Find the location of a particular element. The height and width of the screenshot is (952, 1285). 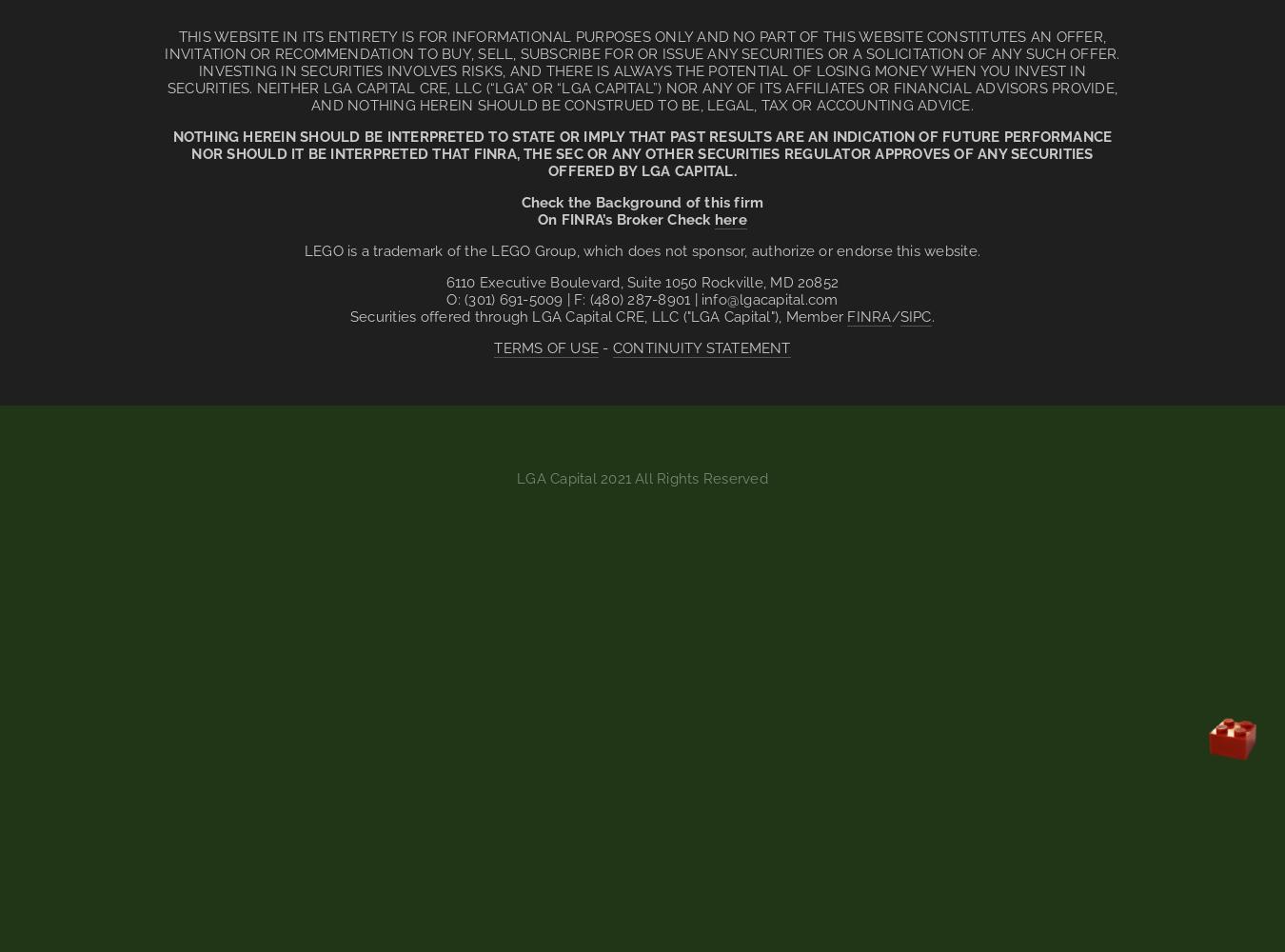

'LEGO is a trademark of the LEGO Group, which does not sponsor, authorize or endorse this website.' is located at coordinates (642, 251).